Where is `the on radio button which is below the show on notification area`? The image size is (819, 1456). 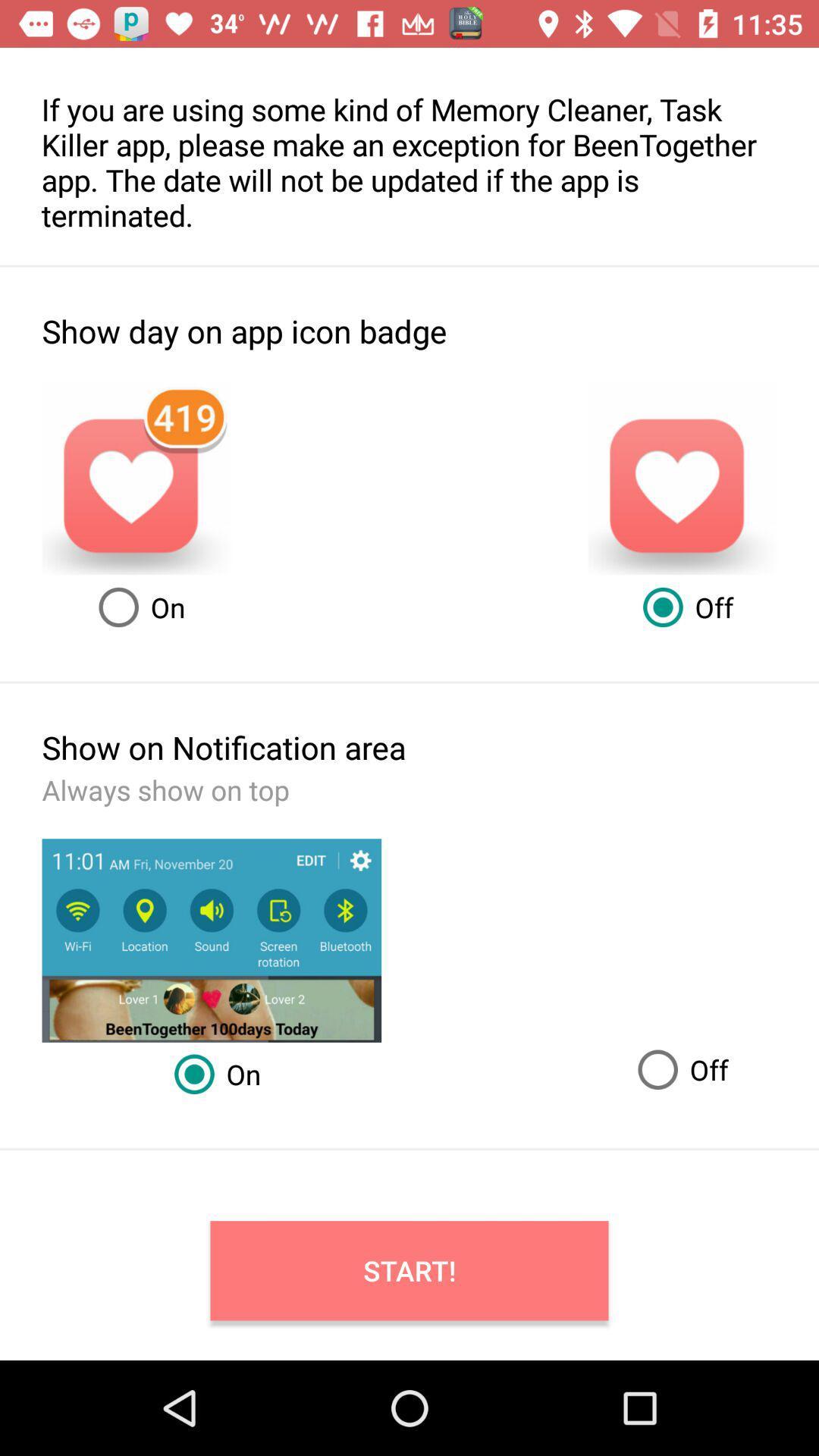
the on radio button which is below the show on notification area is located at coordinates (212, 1073).